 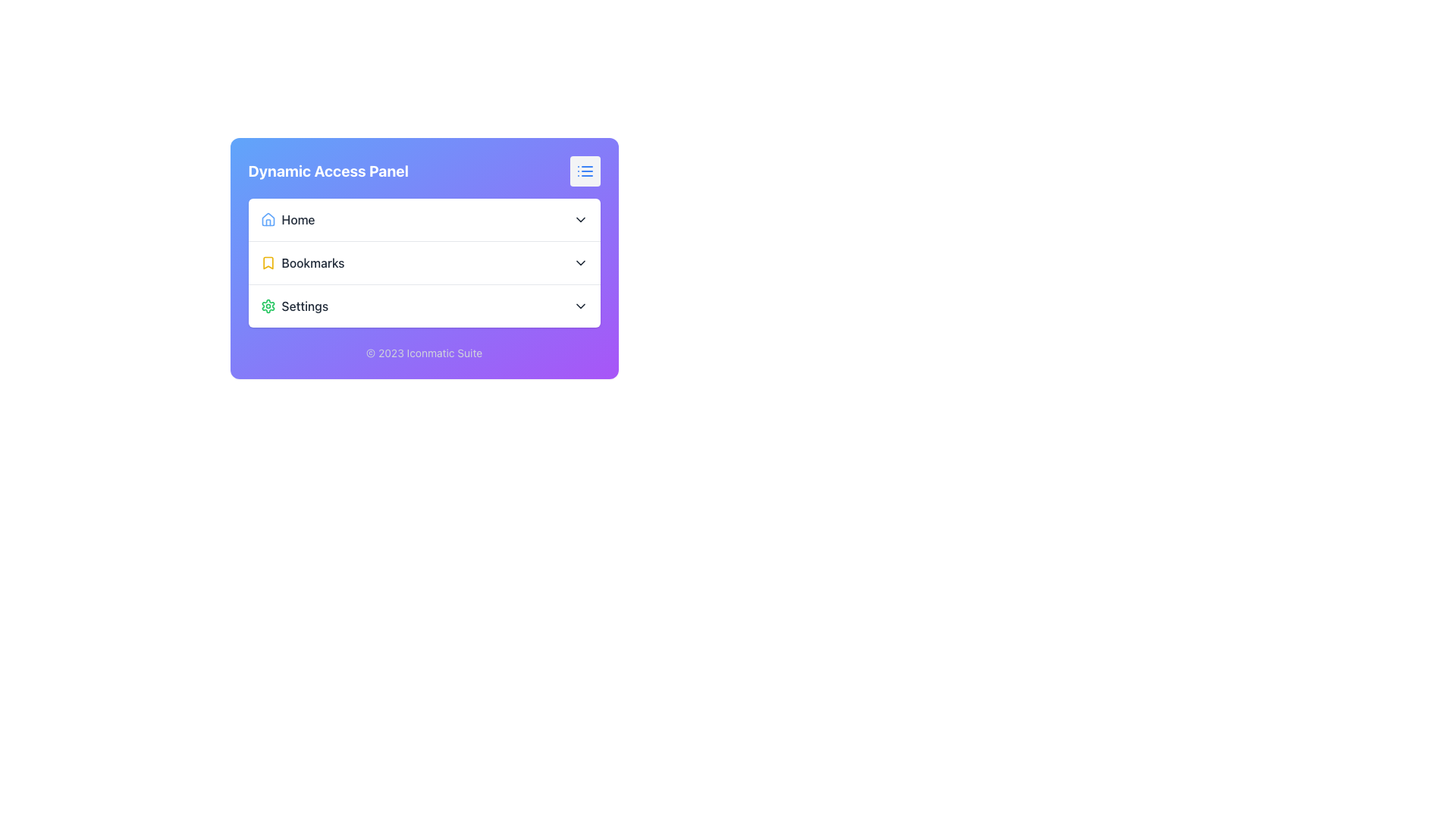 I want to click on the menu button located in the top-right corner of the 'Dynamic Access Panel' header, so click(x=584, y=171).